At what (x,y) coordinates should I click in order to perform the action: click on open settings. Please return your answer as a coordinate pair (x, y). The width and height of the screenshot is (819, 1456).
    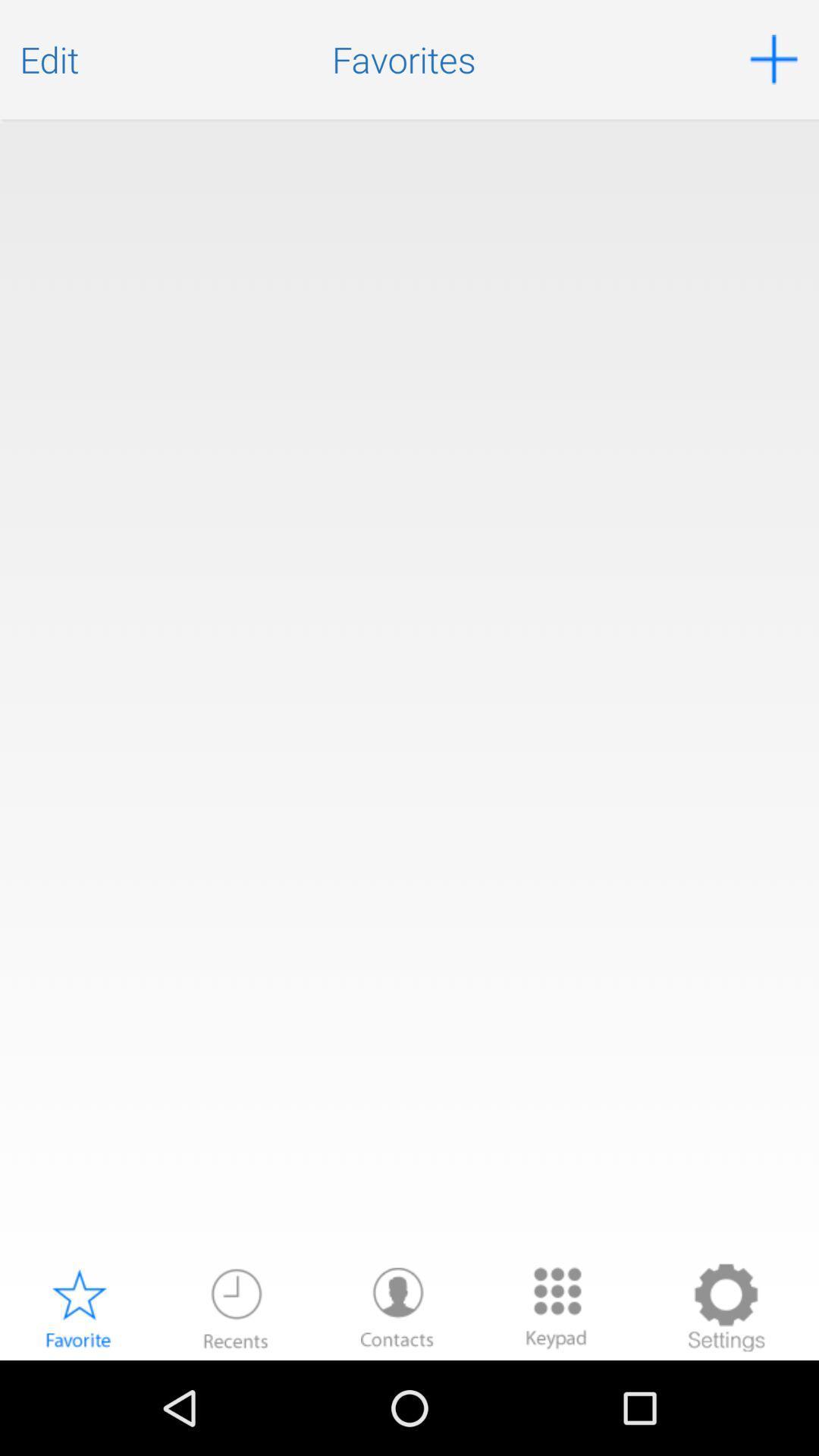
    Looking at the image, I should click on (725, 1307).